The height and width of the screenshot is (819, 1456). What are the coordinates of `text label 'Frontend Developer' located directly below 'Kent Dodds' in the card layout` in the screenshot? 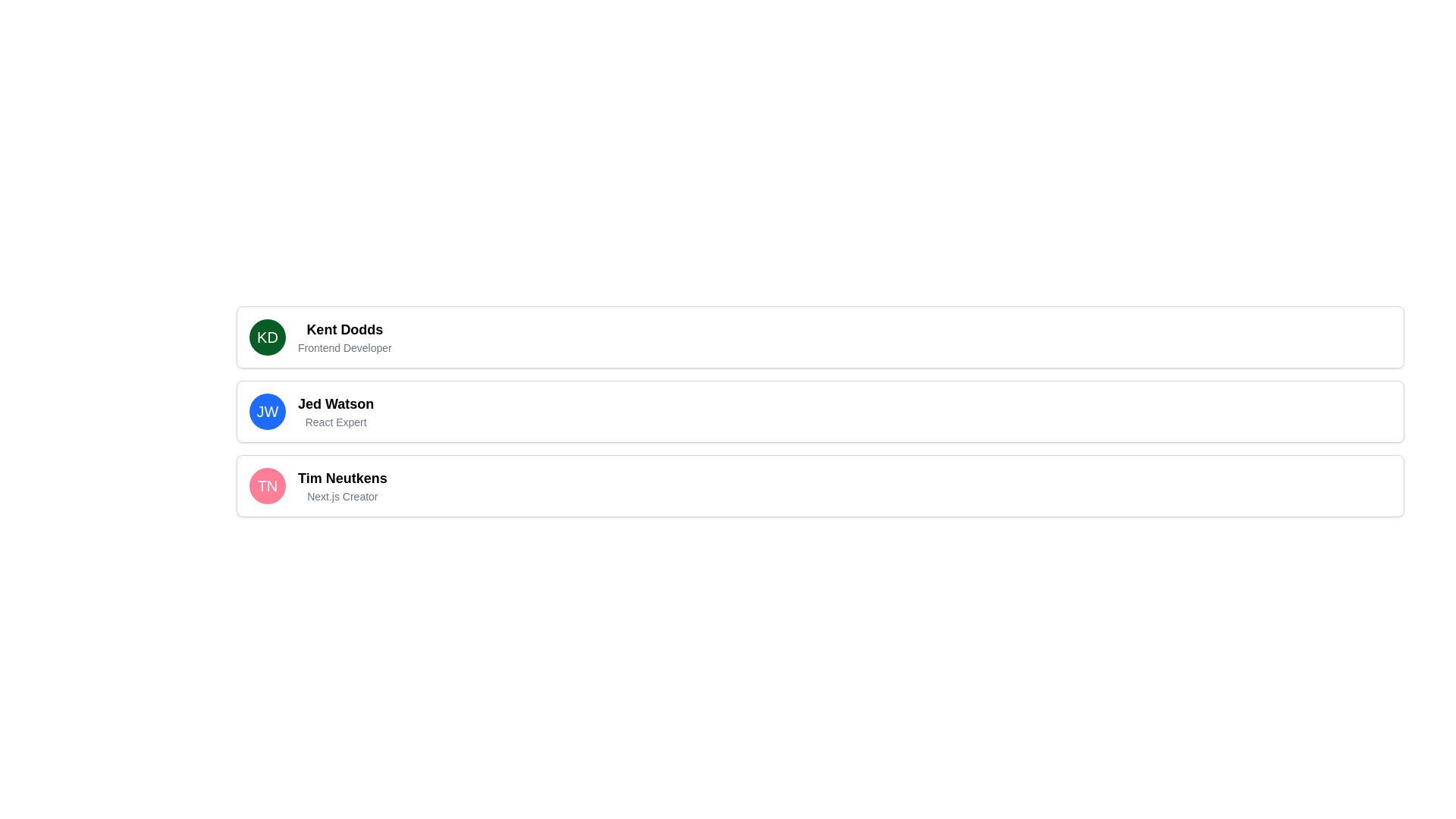 It's located at (344, 348).